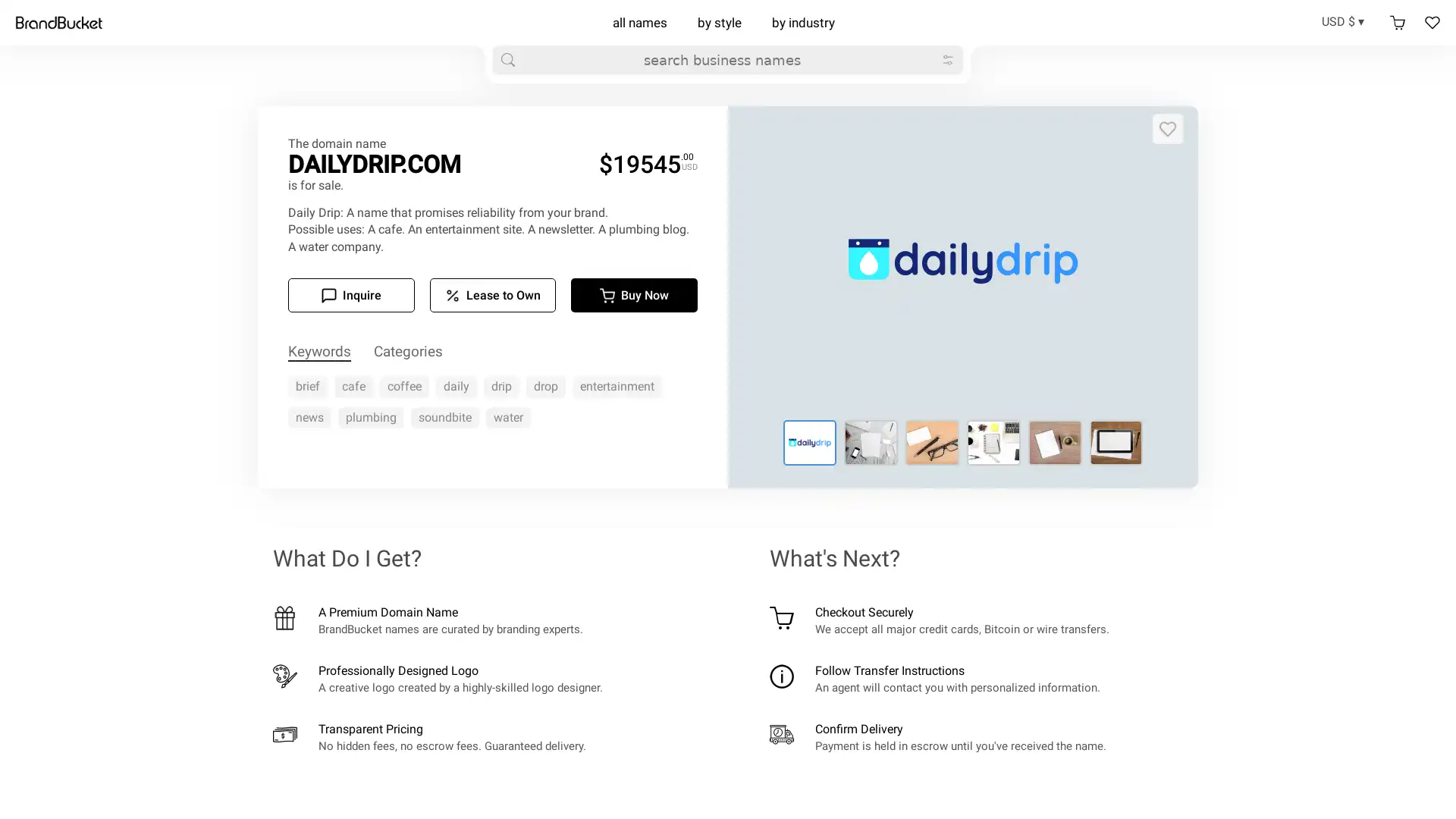 The height and width of the screenshot is (819, 1456). Describe the element at coordinates (1397, 23) in the screenshot. I see `Shopping cart Shopping cart` at that location.